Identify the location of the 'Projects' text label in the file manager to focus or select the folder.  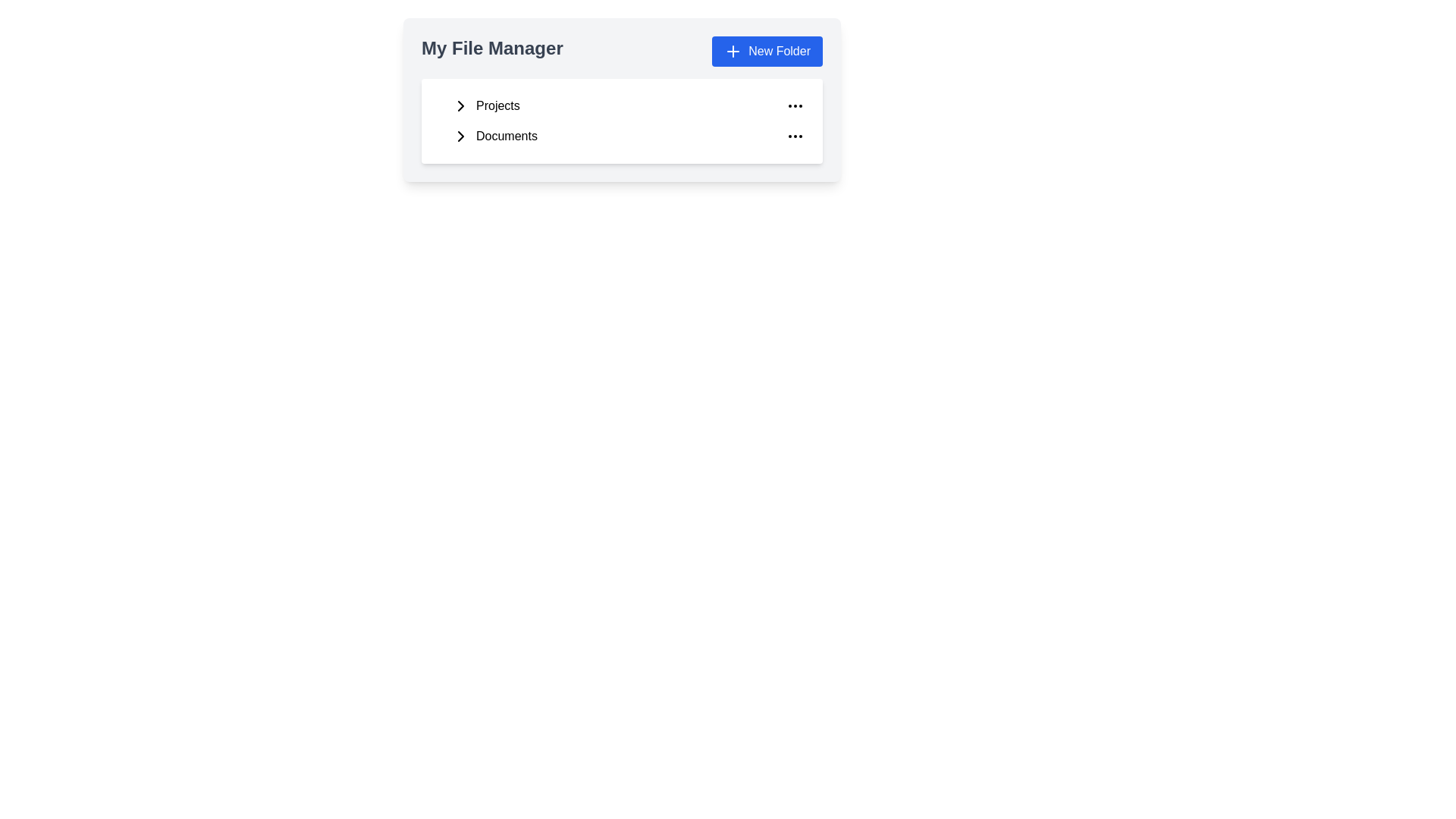
(497, 105).